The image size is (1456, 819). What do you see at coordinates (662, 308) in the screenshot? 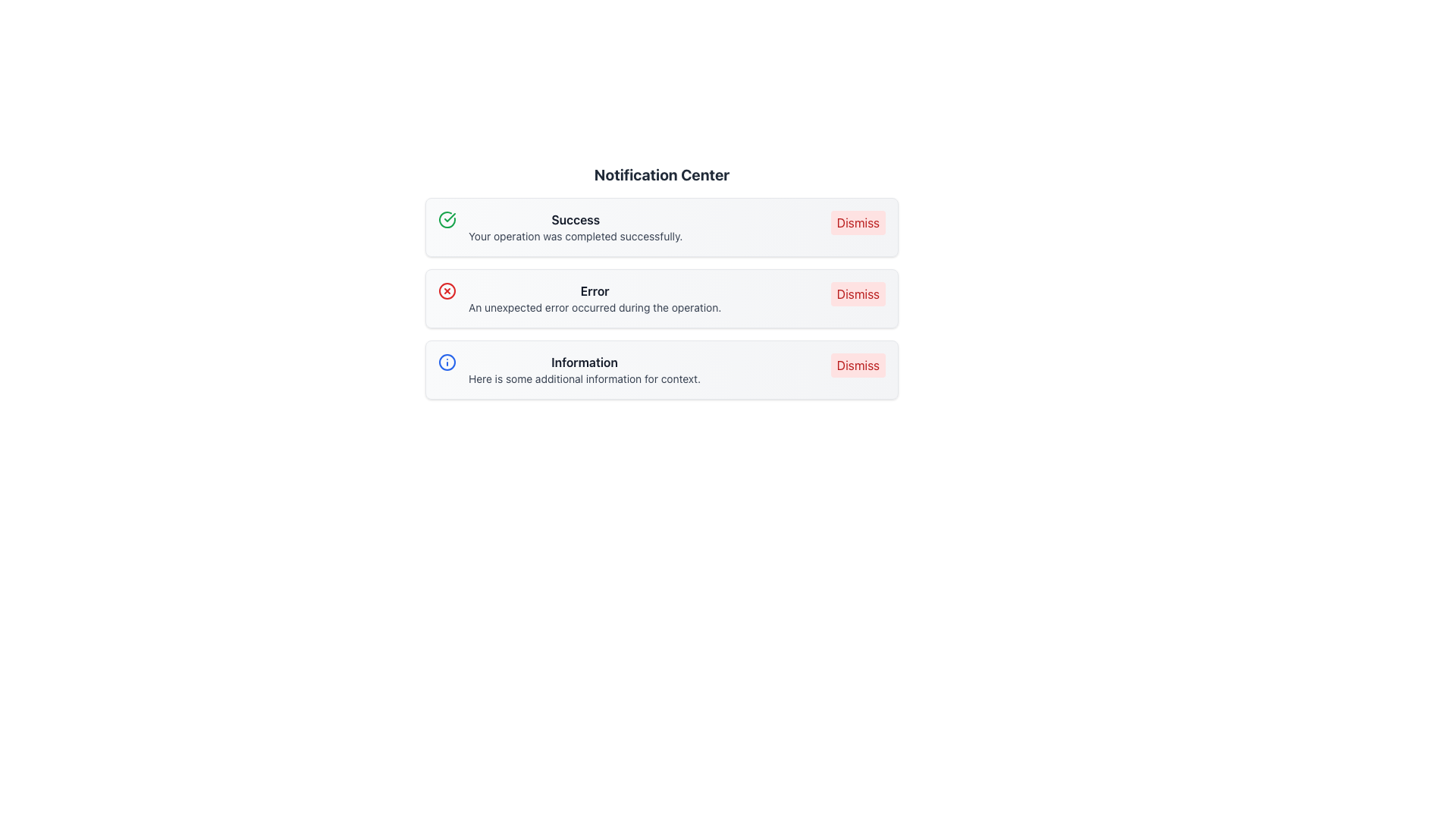
I see `notification message from the central Modal dialog that presents categorized messages to the user` at bounding box center [662, 308].